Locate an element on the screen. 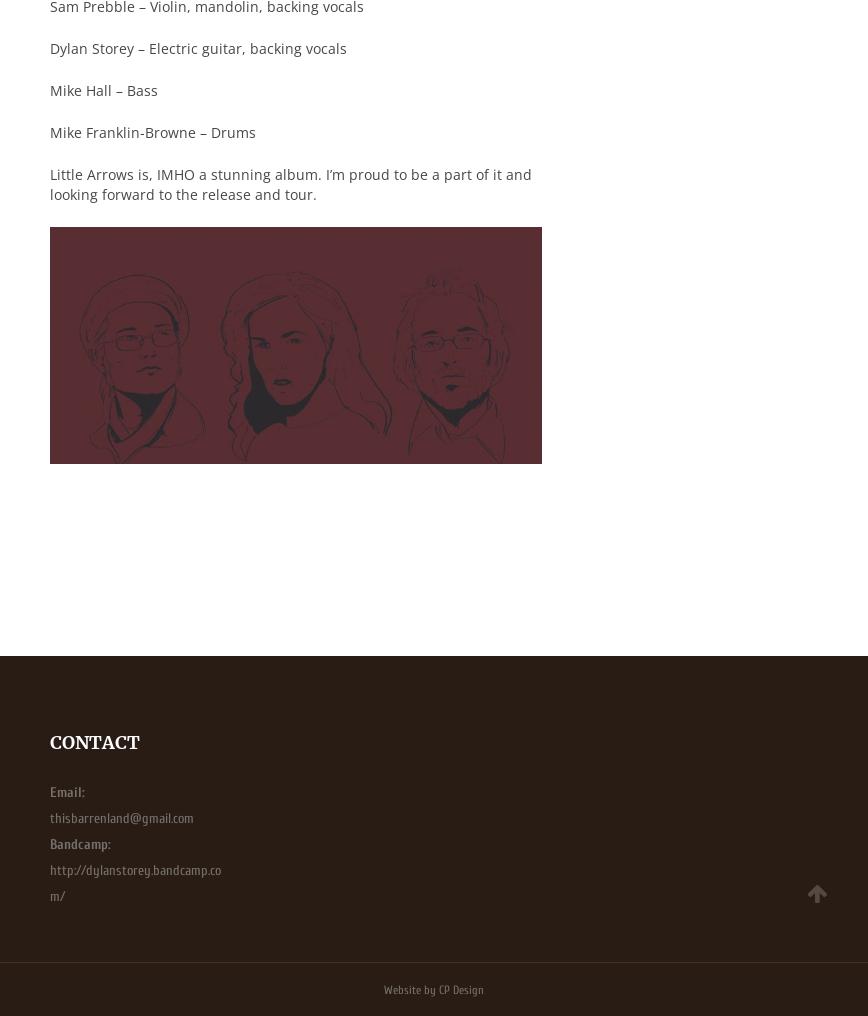  'Website by' is located at coordinates (411, 988).